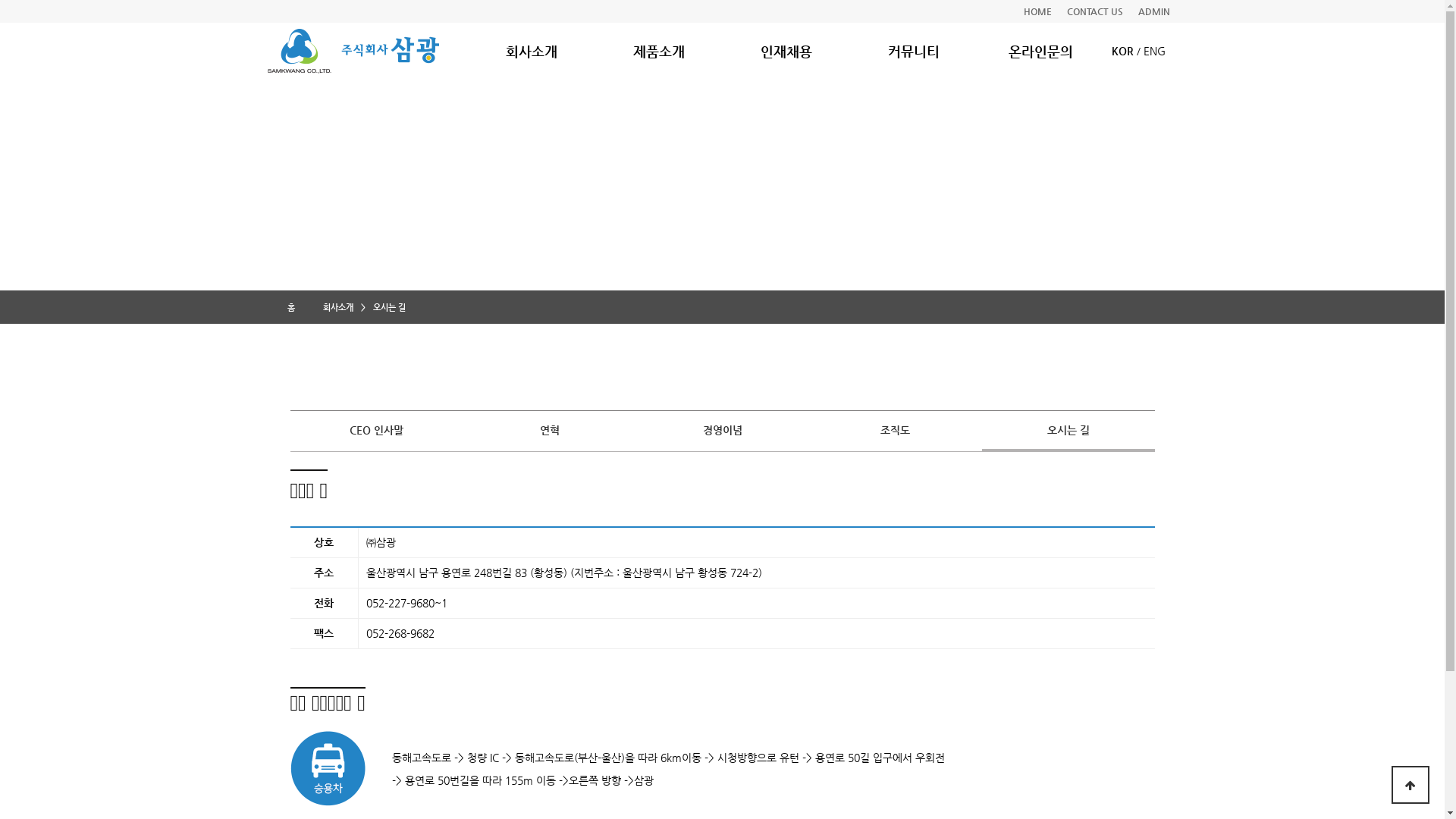  What do you see at coordinates (1111, 49) in the screenshot?
I see `'KOR'` at bounding box center [1111, 49].